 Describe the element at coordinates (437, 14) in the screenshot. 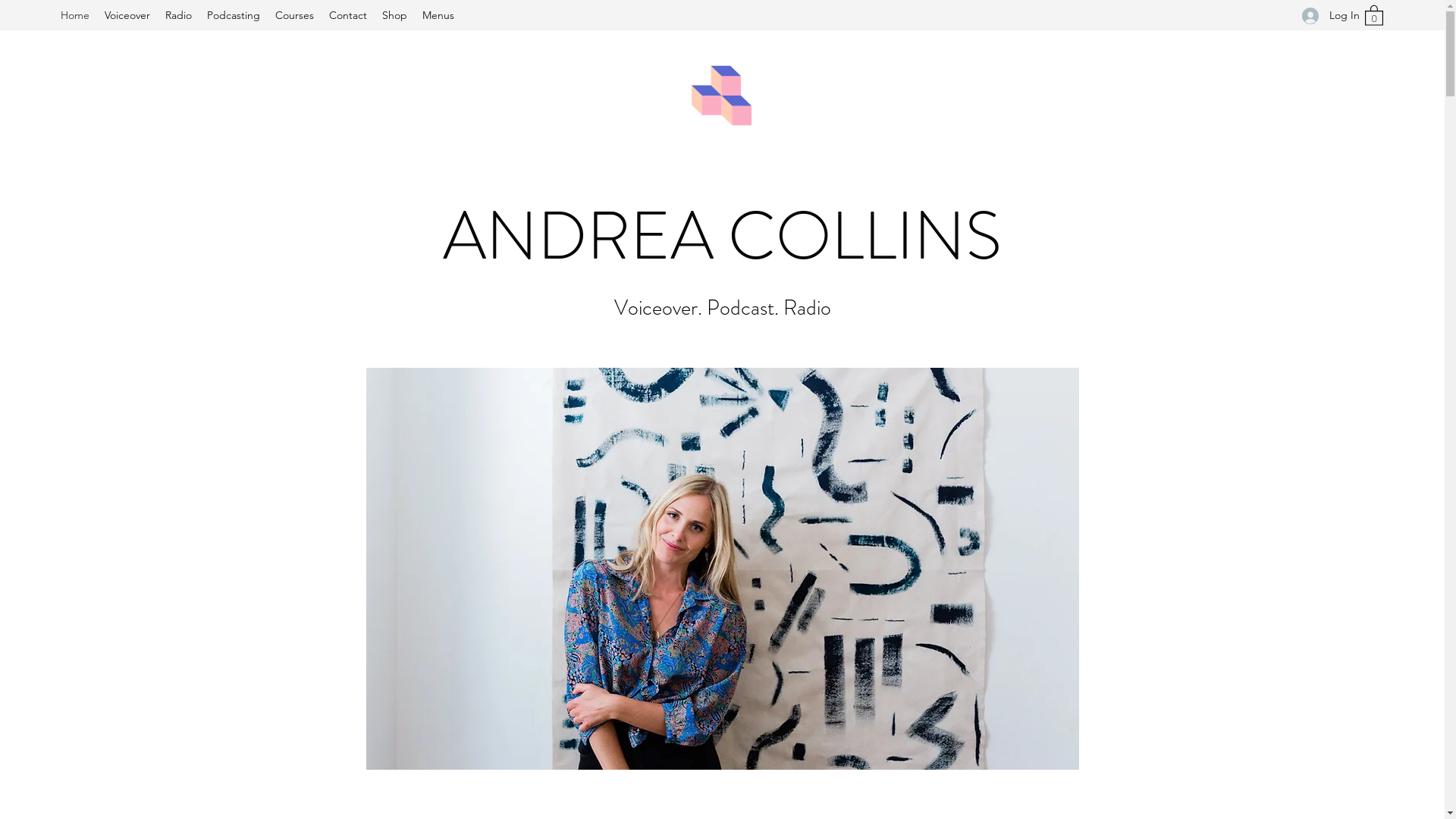

I see `'Menus'` at that location.